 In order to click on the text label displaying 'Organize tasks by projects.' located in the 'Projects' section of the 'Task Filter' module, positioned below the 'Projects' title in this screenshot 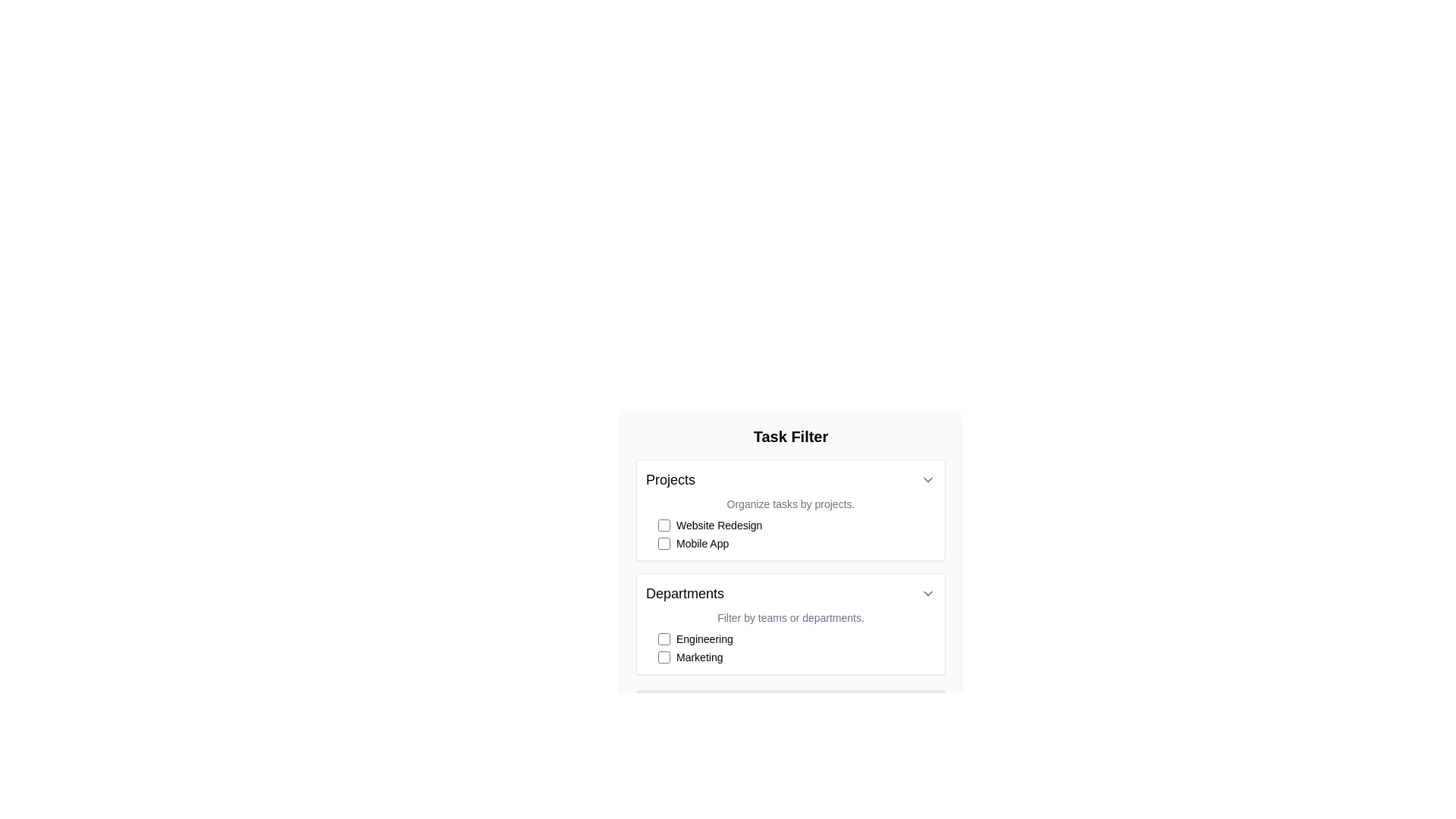, I will do `click(789, 504)`.